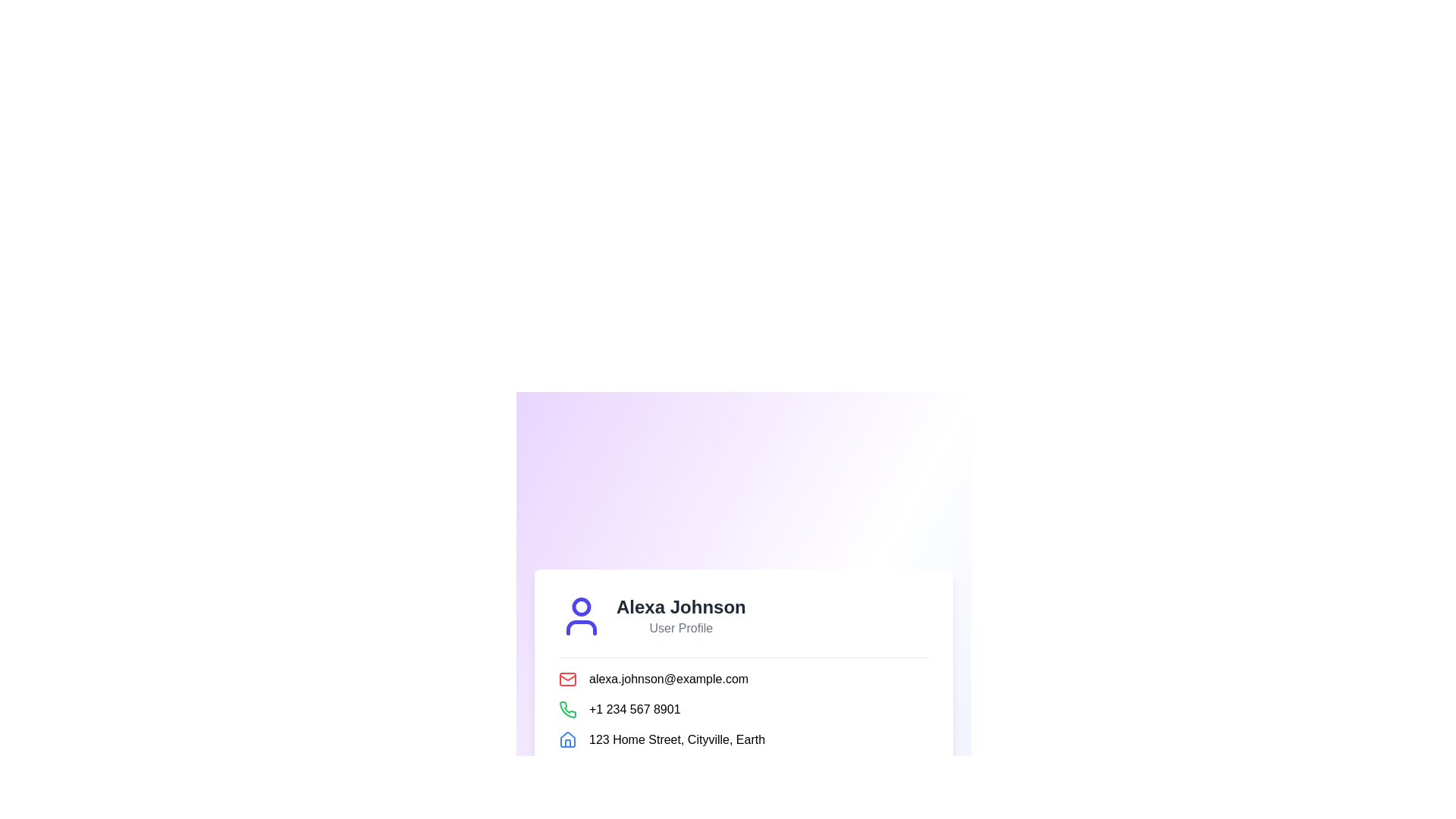 The width and height of the screenshot is (1456, 819). Describe the element at coordinates (743, 781) in the screenshot. I see `the button that toggles the visibility of additional user details` at that location.